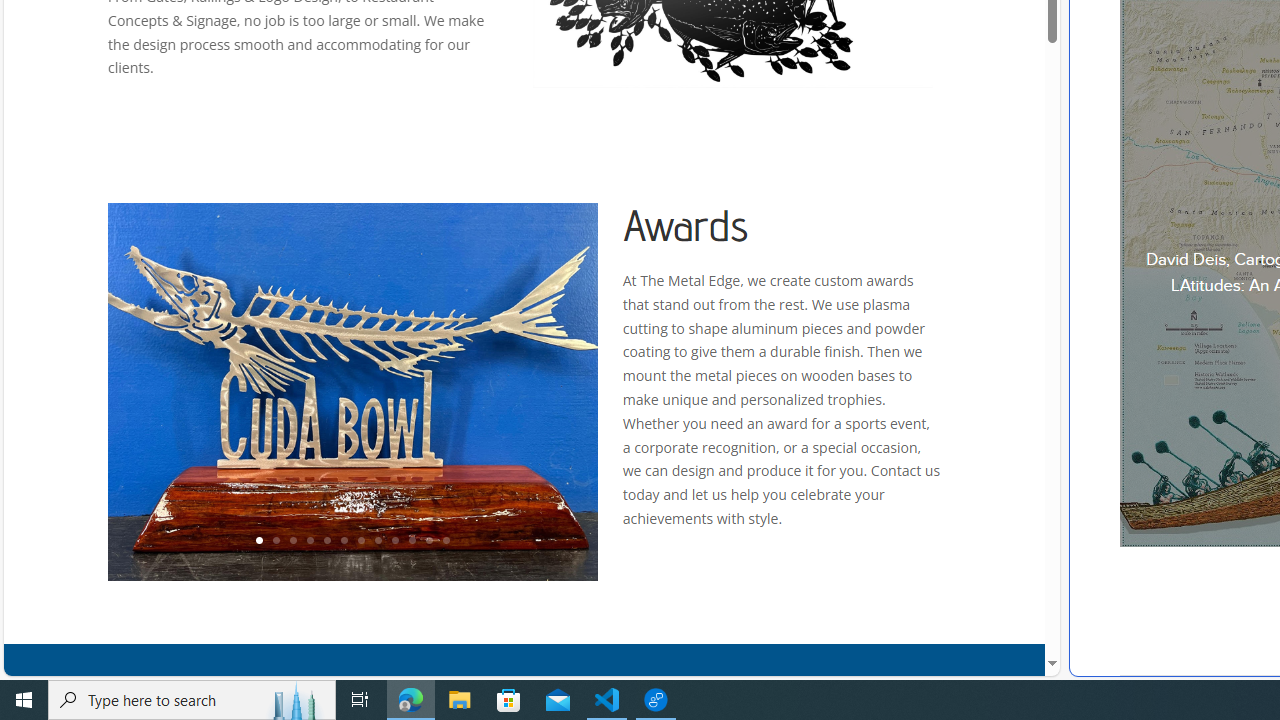  I want to click on '2', so click(274, 541).